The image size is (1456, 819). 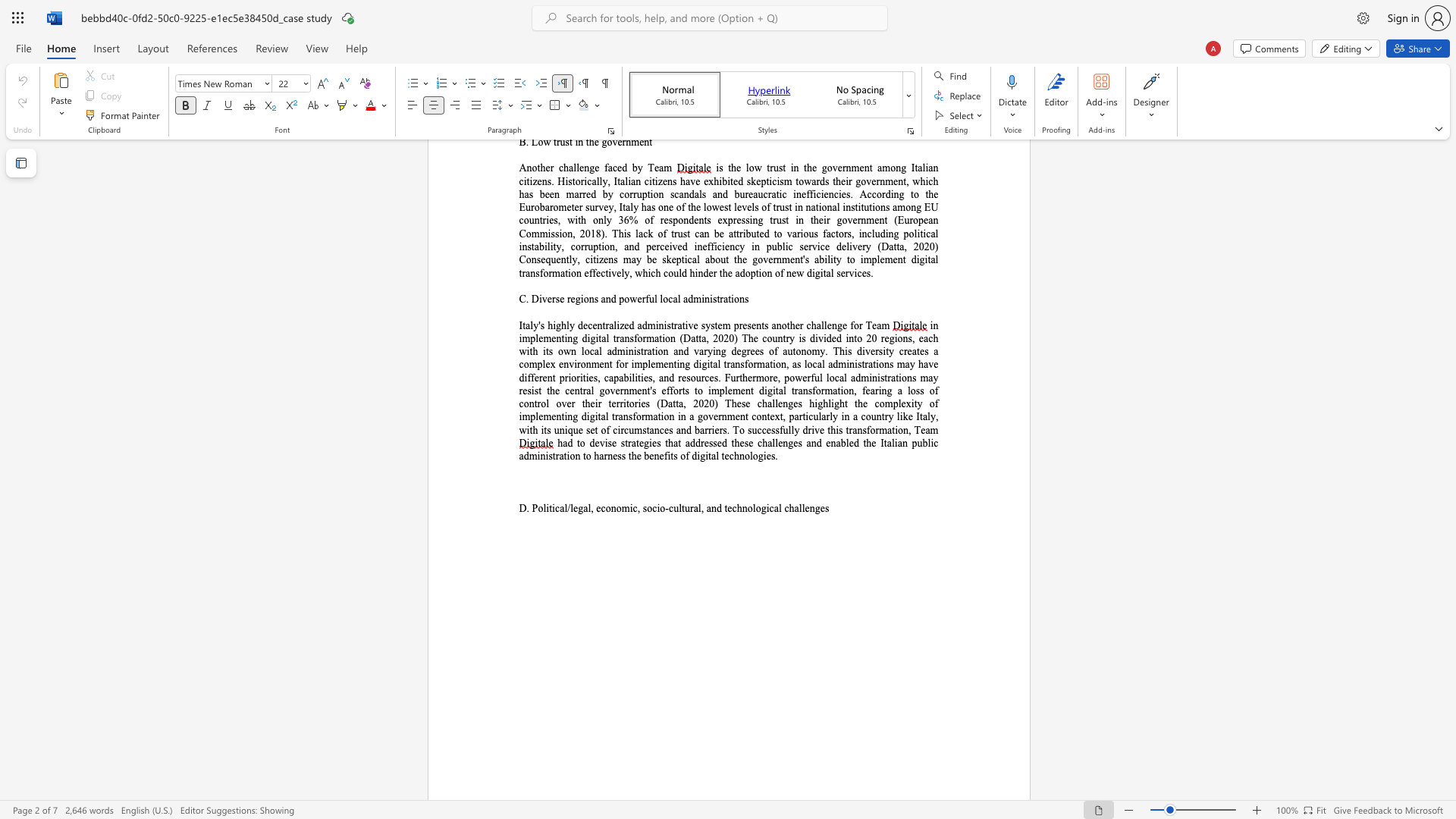 What do you see at coordinates (642, 508) in the screenshot?
I see `the subset text "socio-cultu" within the text "D. Political/legal, economic, socio-cultural, and technological challenges"` at bounding box center [642, 508].